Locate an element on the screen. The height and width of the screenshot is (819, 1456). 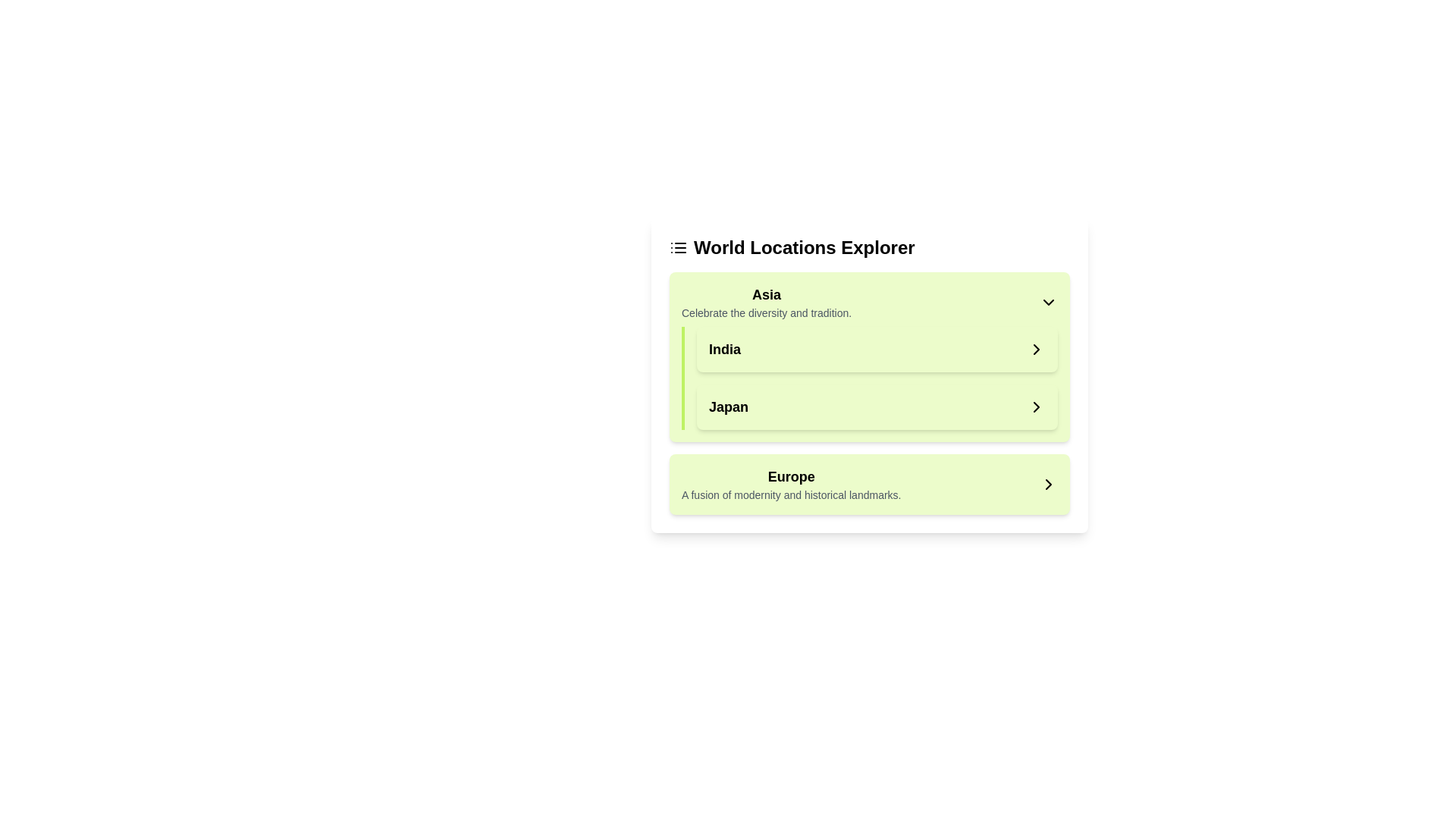
the selectable list item for the region 'Europe' is located at coordinates (790, 485).